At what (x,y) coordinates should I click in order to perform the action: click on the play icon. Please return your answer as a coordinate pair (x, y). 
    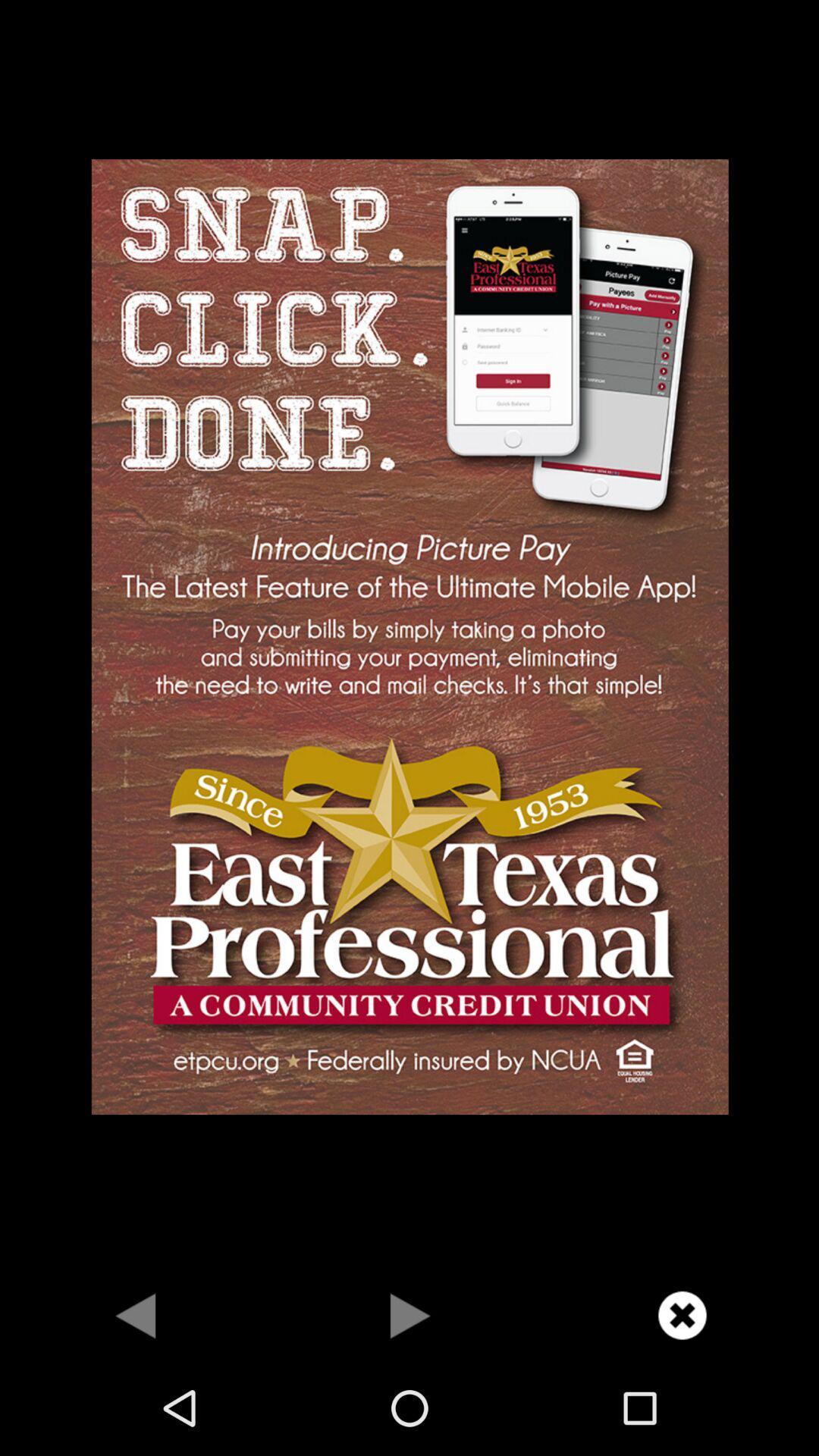
    Looking at the image, I should click on (409, 1407).